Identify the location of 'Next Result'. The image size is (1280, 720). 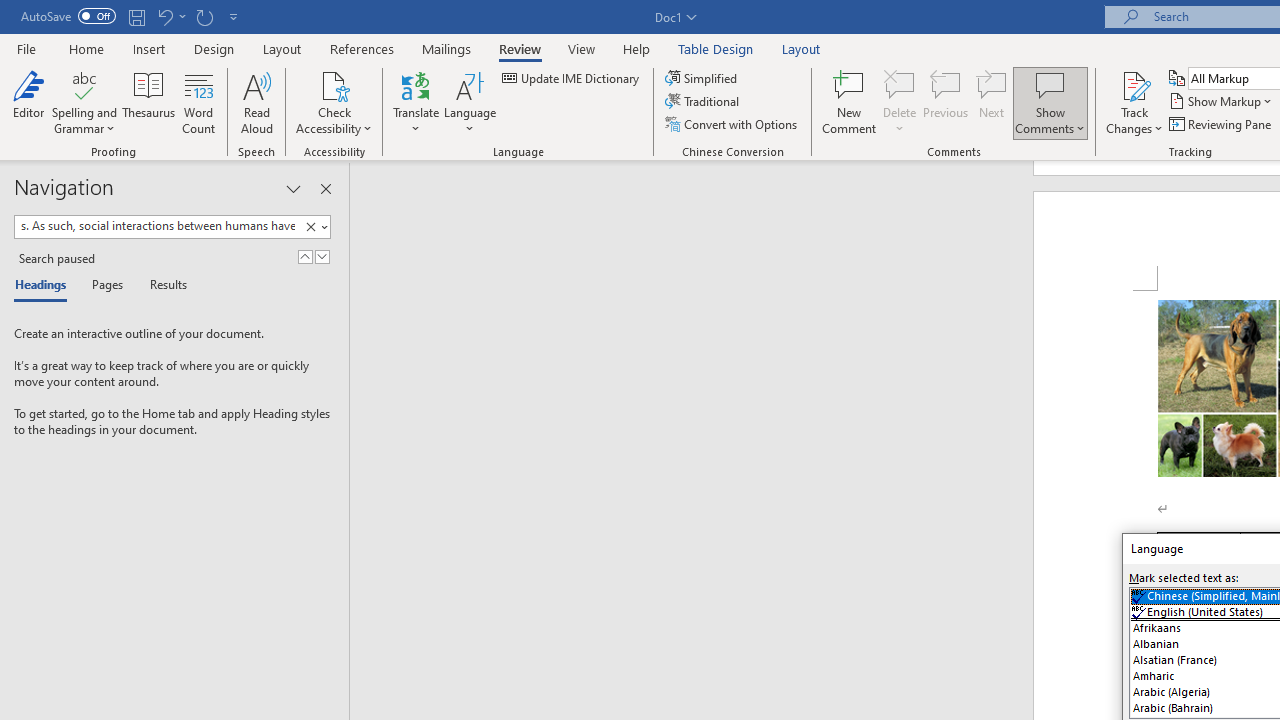
(322, 256).